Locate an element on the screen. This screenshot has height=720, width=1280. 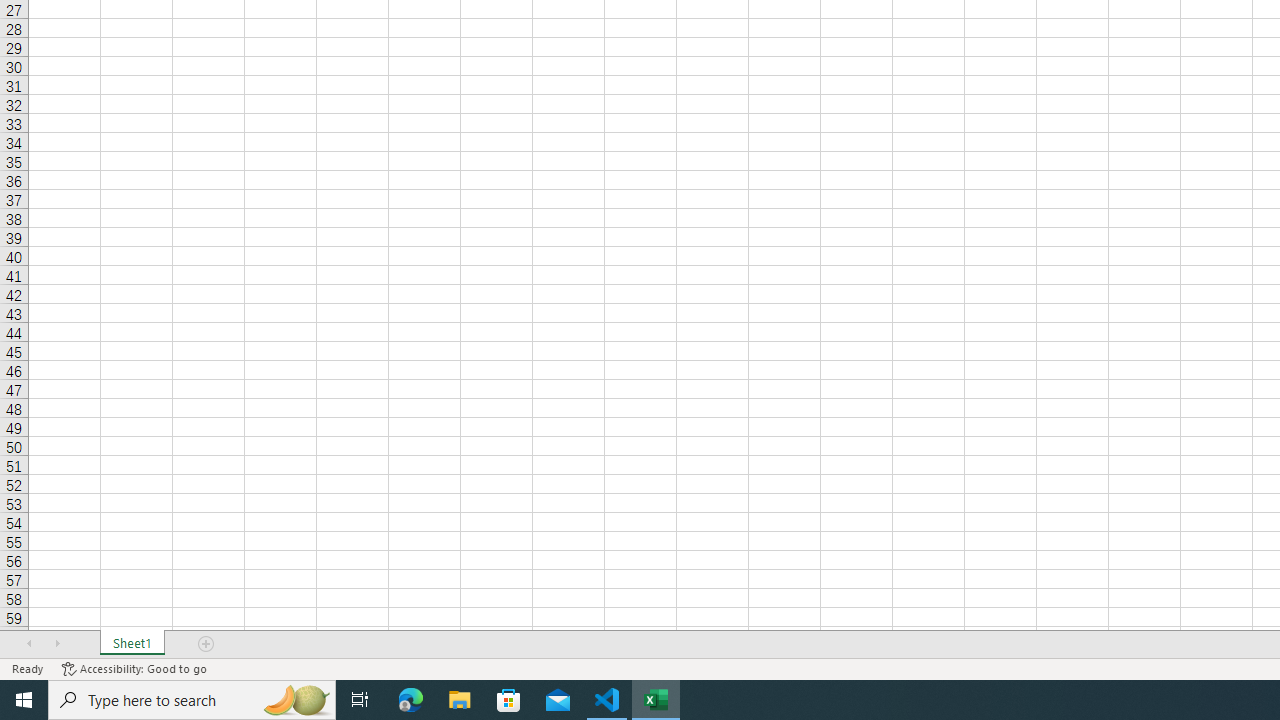
'Scroll Left' is located at coordinates (29, 644).